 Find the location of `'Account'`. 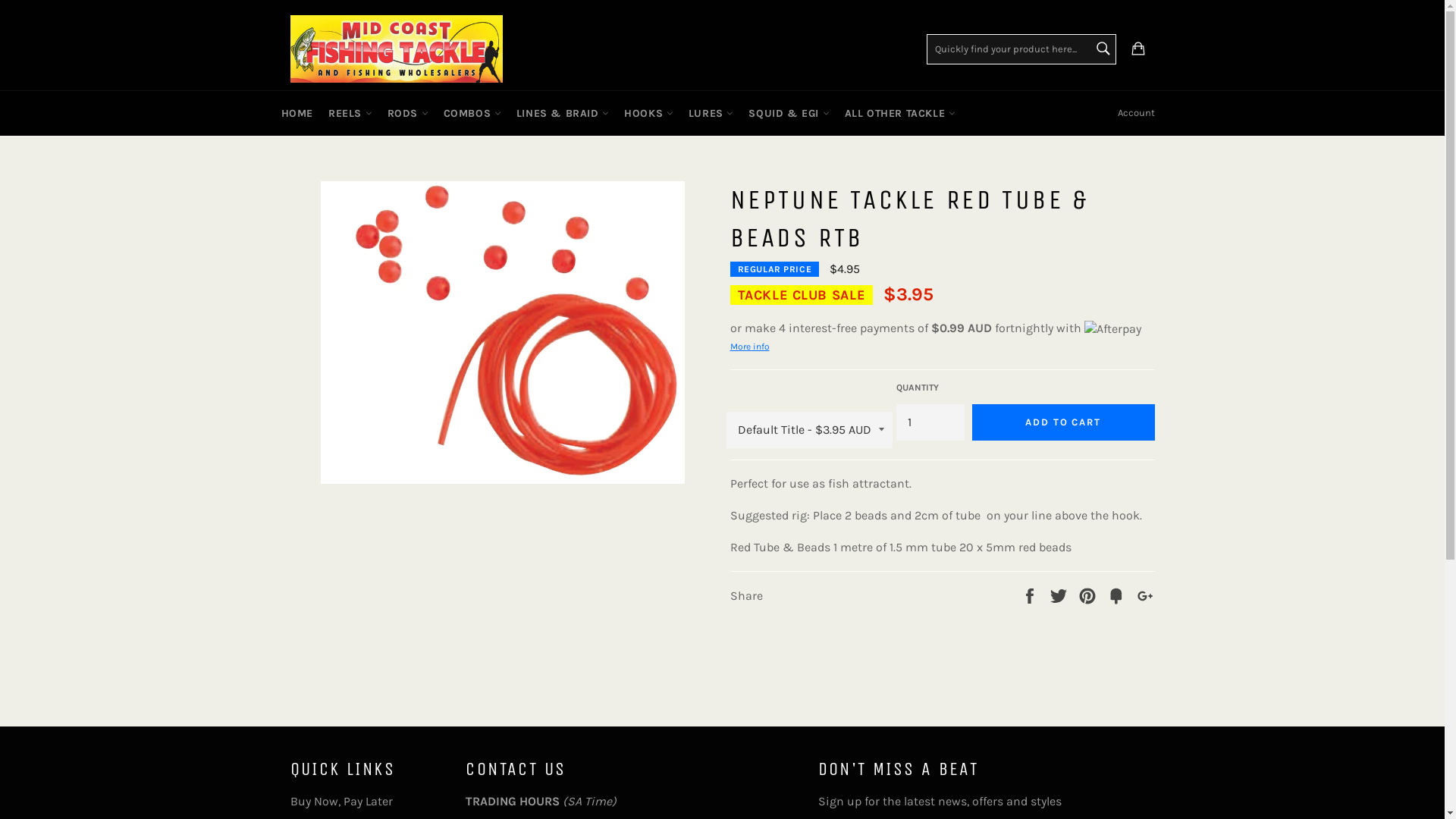

'Account' is located at coordinates (1136, 112).